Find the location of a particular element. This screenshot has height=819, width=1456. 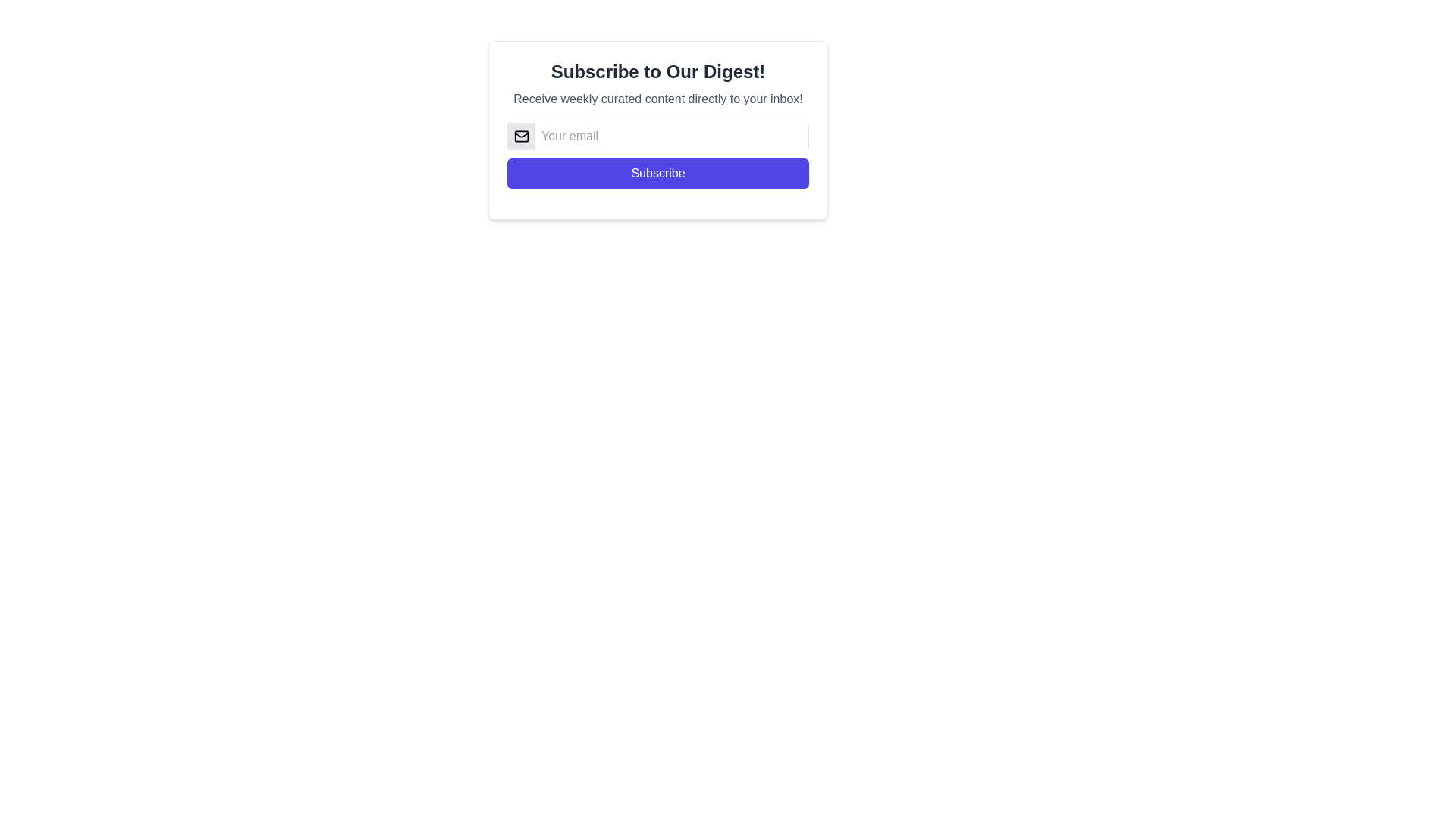

the email input field of the subscription modal to focus on it is located at coordinates (658, 130).